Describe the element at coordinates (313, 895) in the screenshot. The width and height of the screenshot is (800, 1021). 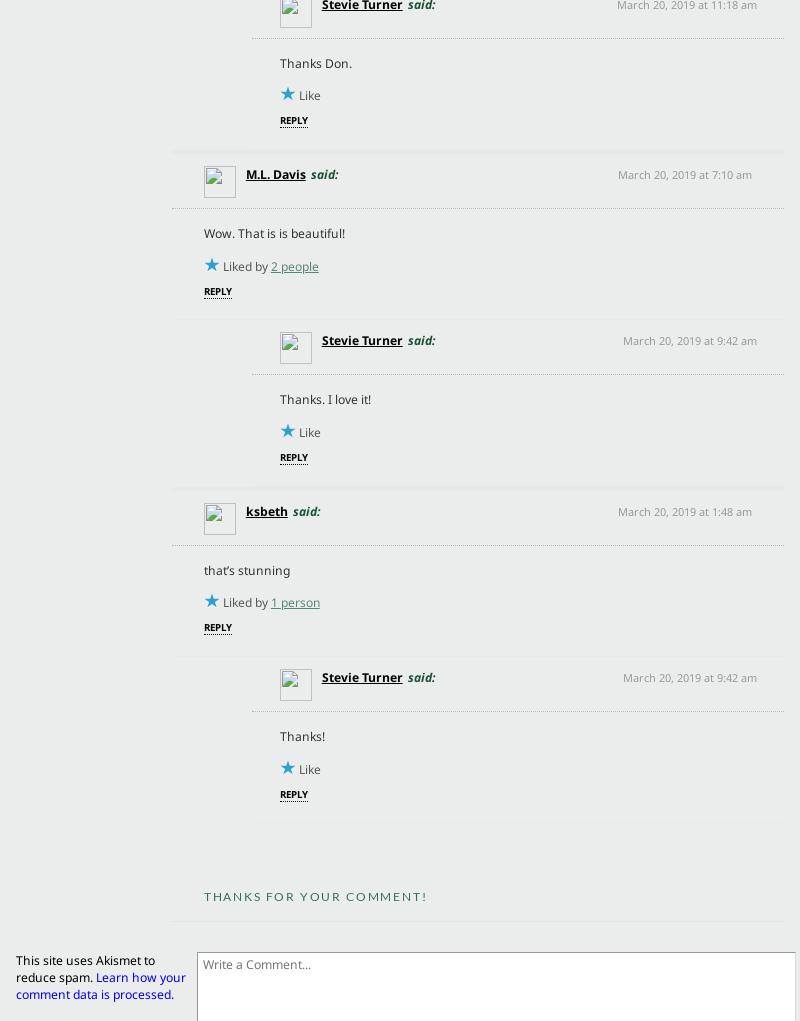
I see `'Thanks for your comment!'` at that location.